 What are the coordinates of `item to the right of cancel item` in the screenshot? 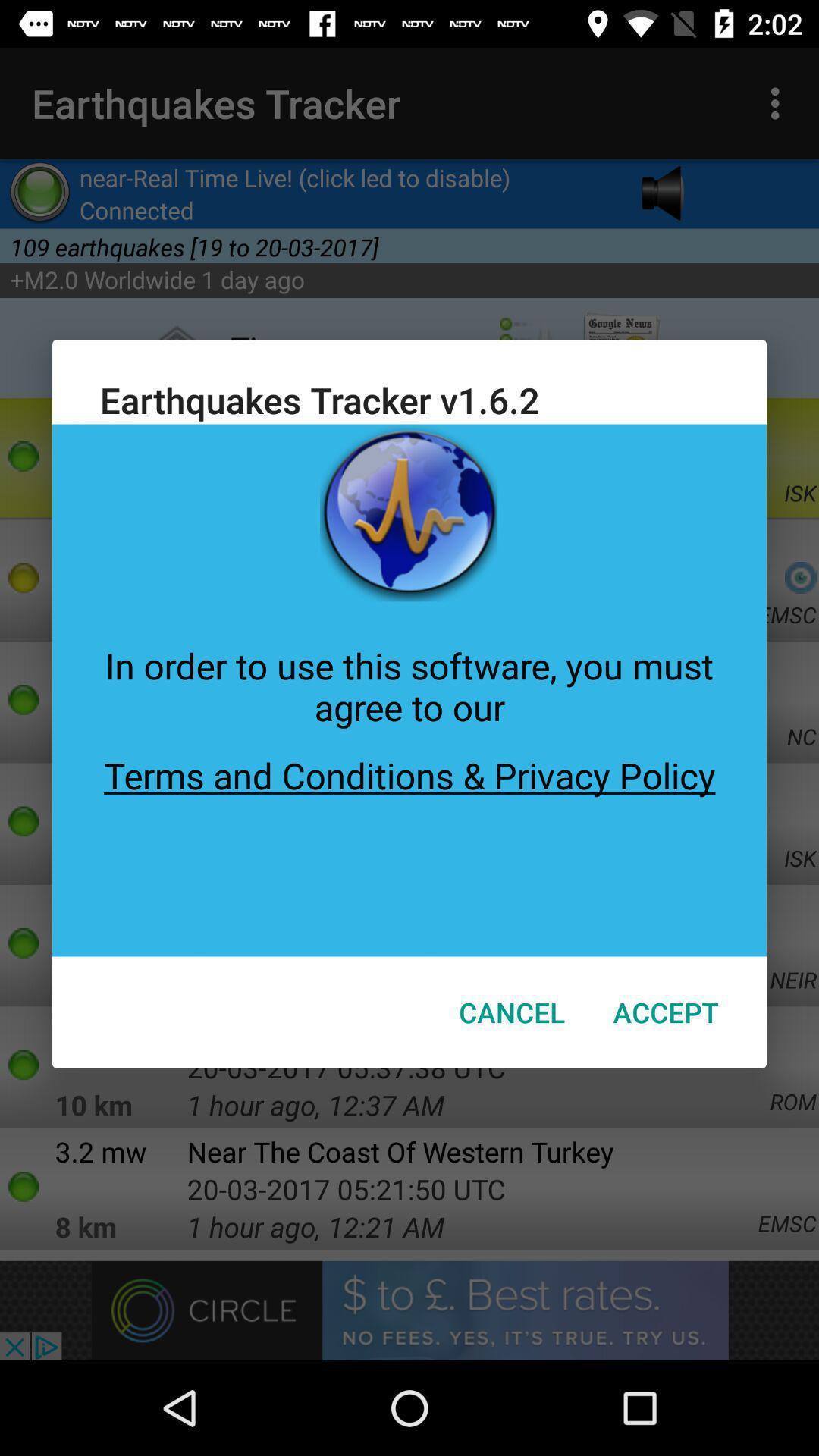 It's located at (665, 1012).